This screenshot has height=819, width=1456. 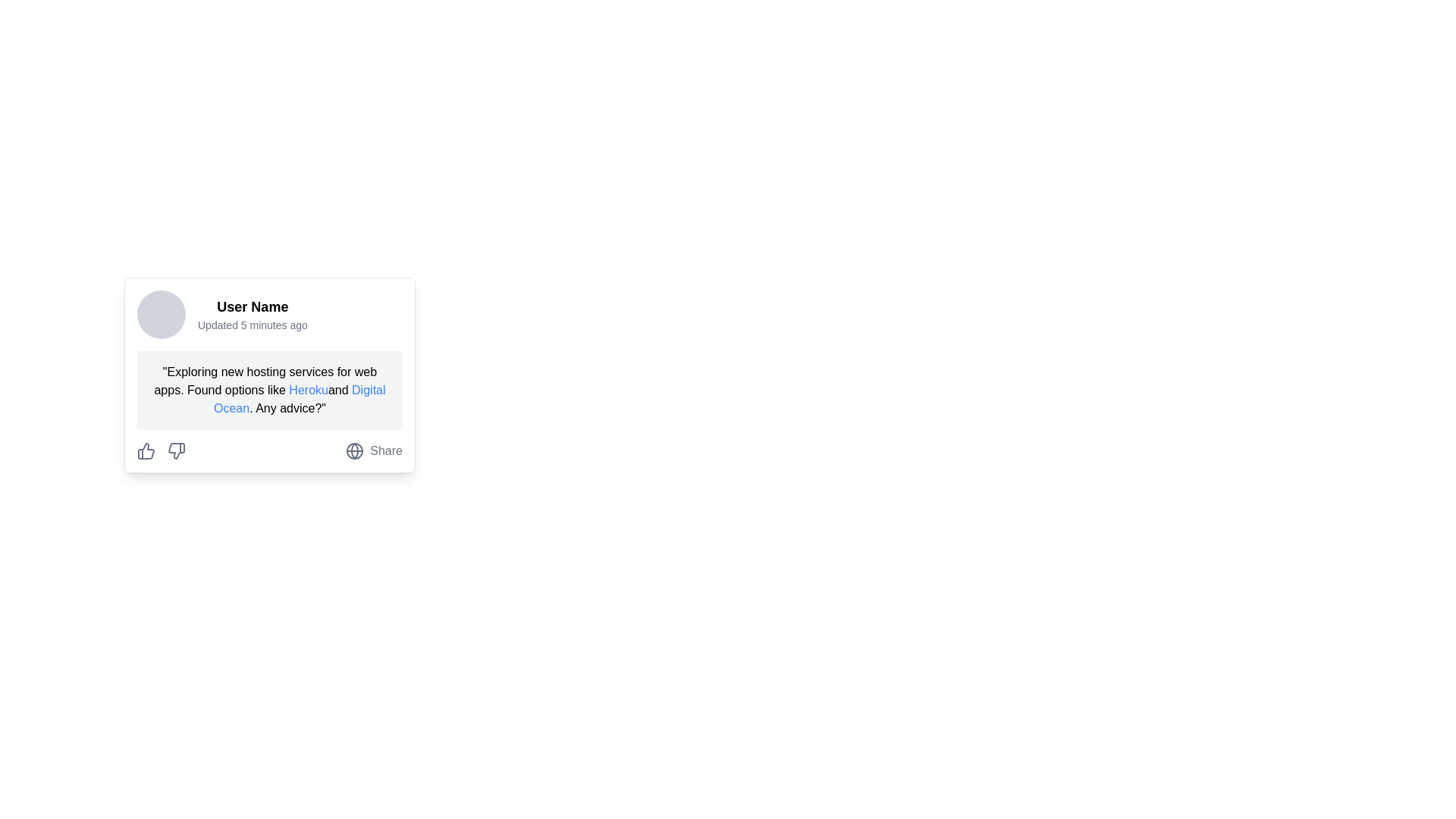 I want to click on the 'like' button, which is the first icon in a horizontal arrangement of related icons, featuring a thumbs-up icon, so click(x=146, y=450).